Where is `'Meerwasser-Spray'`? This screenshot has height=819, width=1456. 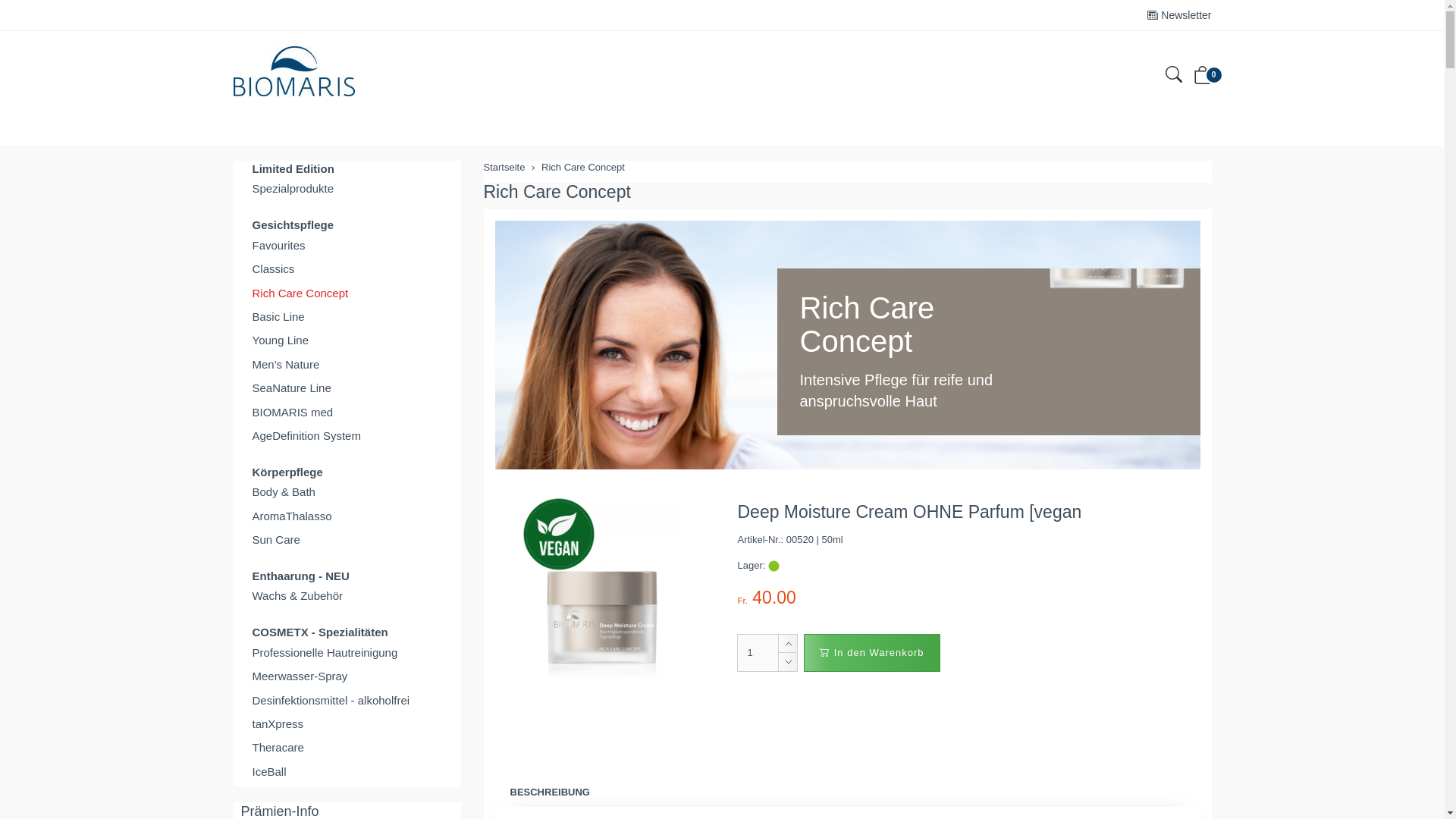
'Meerwasser-Spray' is located at coordinates (346, 675).